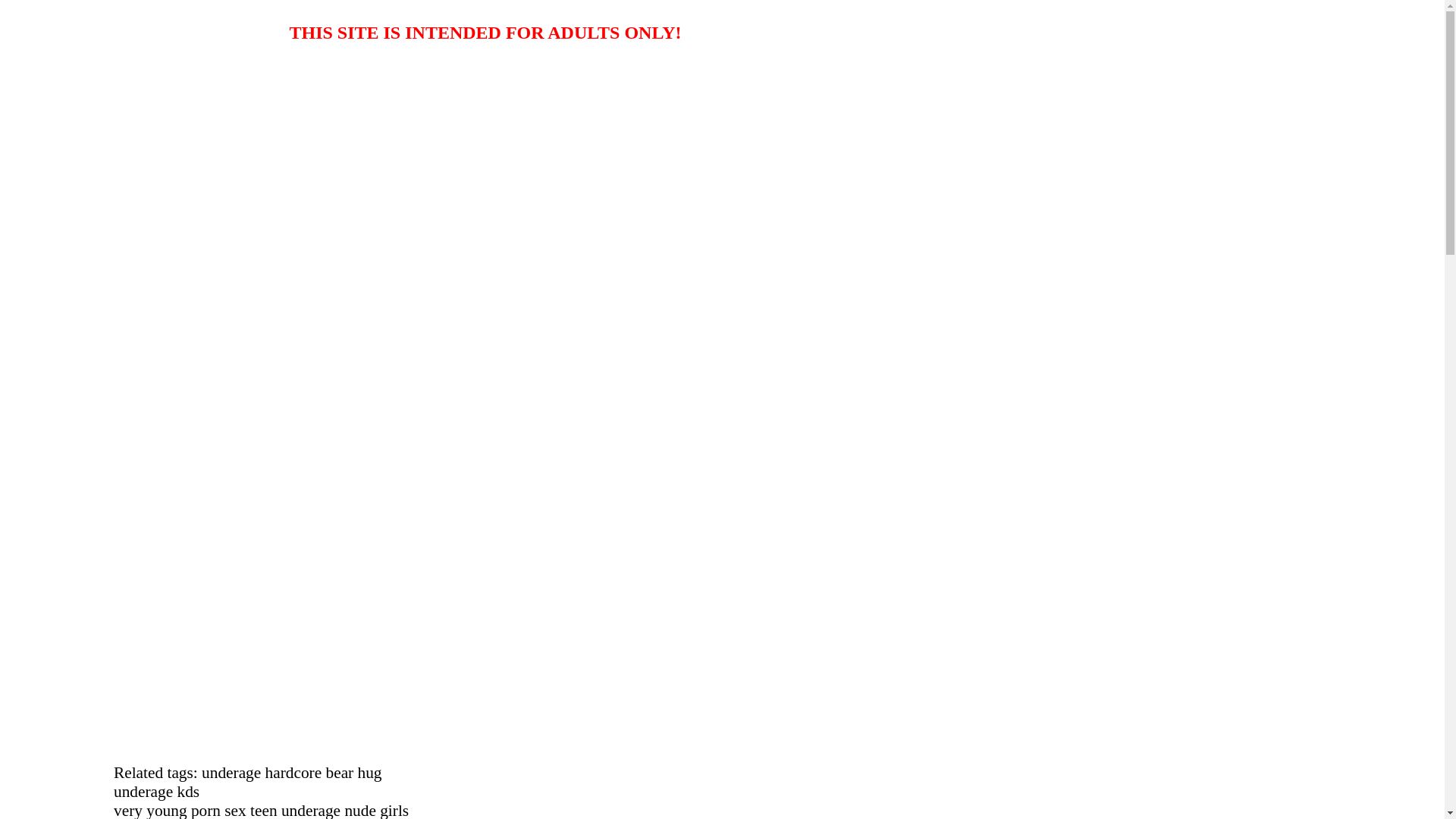 This screenshot has height=819, width=1456. Describe the element at coordinates (55, 708) in the screenshot. I see `'add link'` at that location.